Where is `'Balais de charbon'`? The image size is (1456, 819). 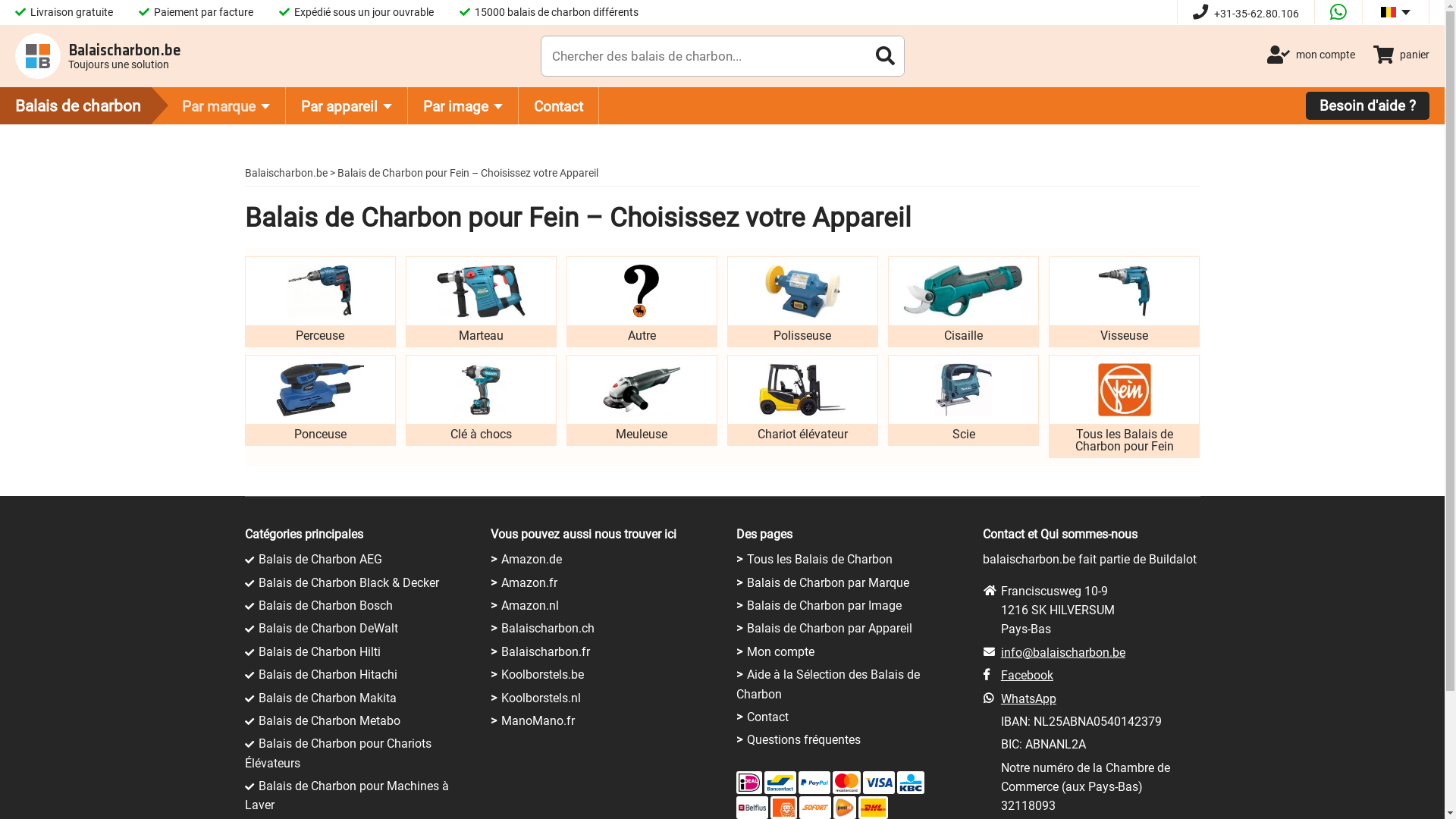 'Balais de charbon' is located at coordinates (90, 104).